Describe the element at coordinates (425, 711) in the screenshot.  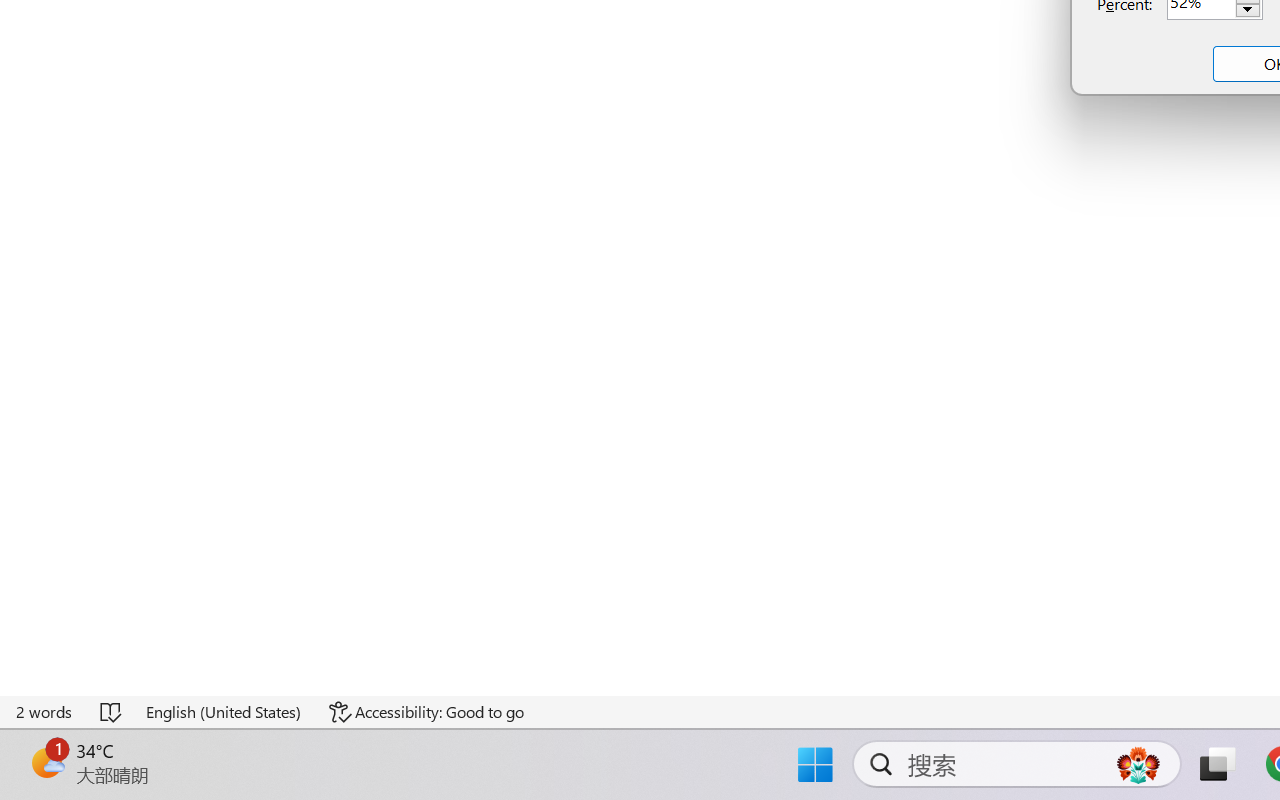
I see `'Accessibility Checker Accessibility: Good to go'` at that location.